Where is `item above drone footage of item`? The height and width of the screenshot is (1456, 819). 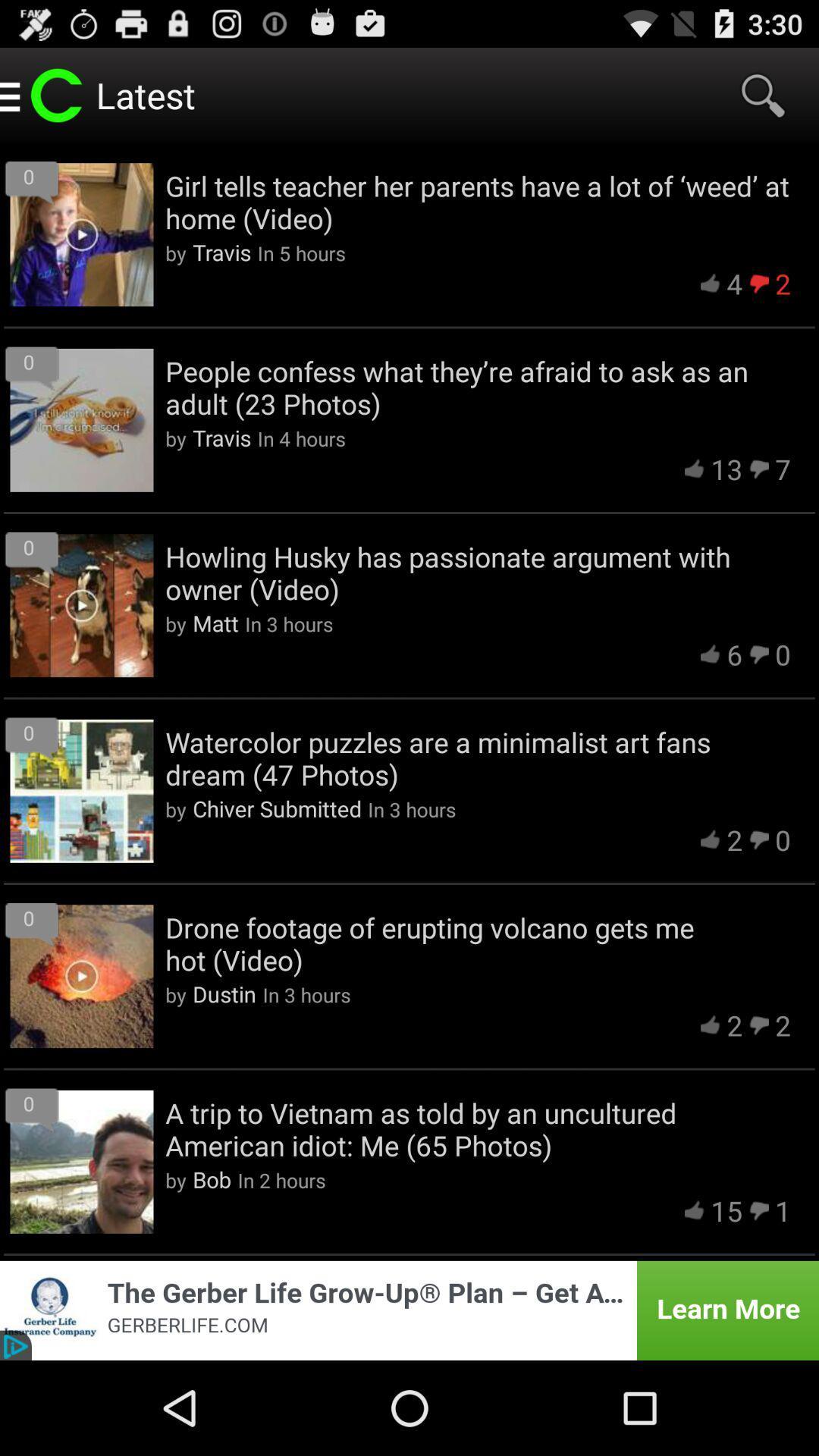
item above drone footage of item is located at coordinates (277, 808).